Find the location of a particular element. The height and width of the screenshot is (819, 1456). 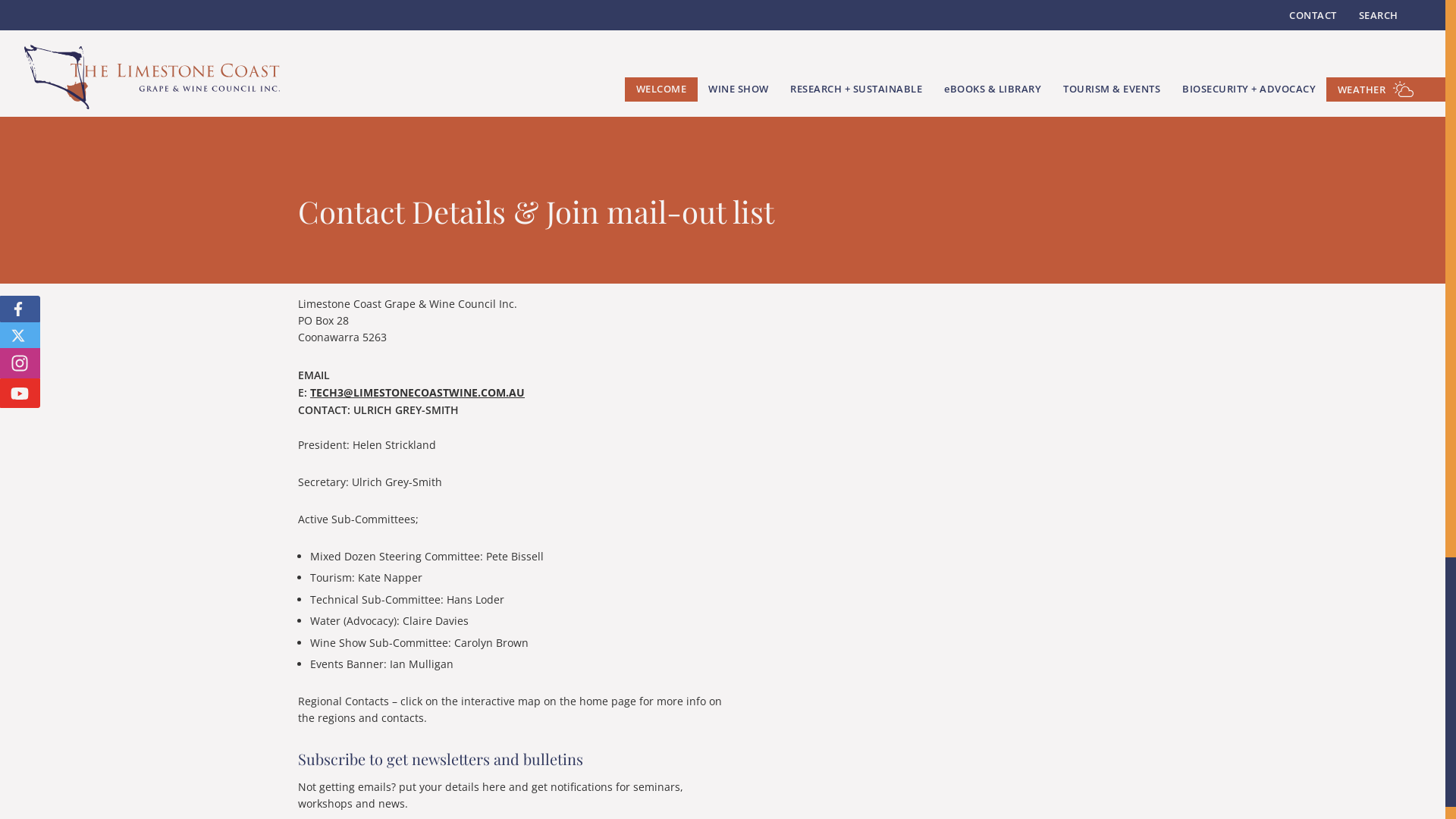

'WEATHER' is located at coordinates (1385, 89).